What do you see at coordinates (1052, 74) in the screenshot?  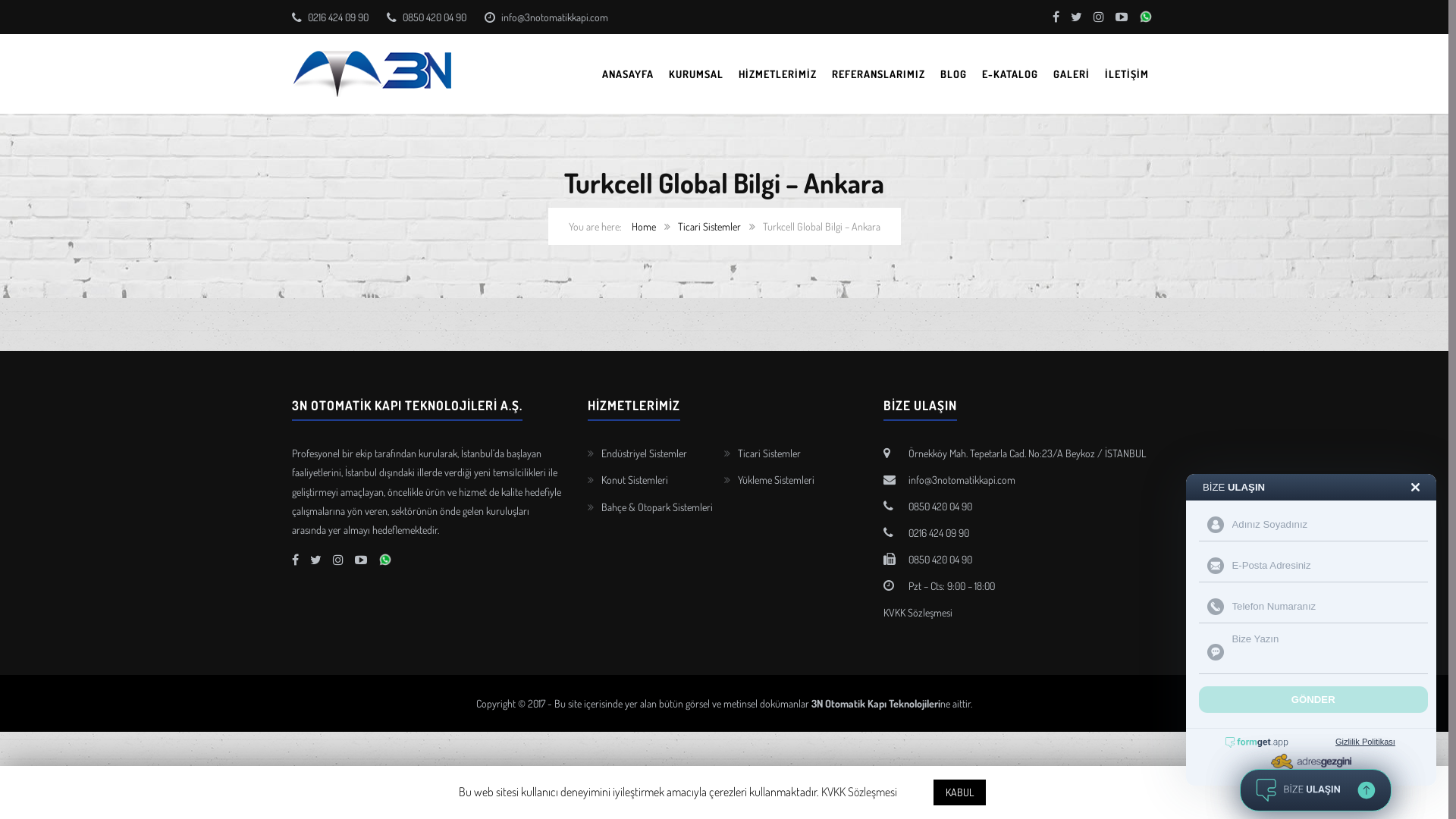 I see `'GALERI'` at bounding box center [1052, 74].